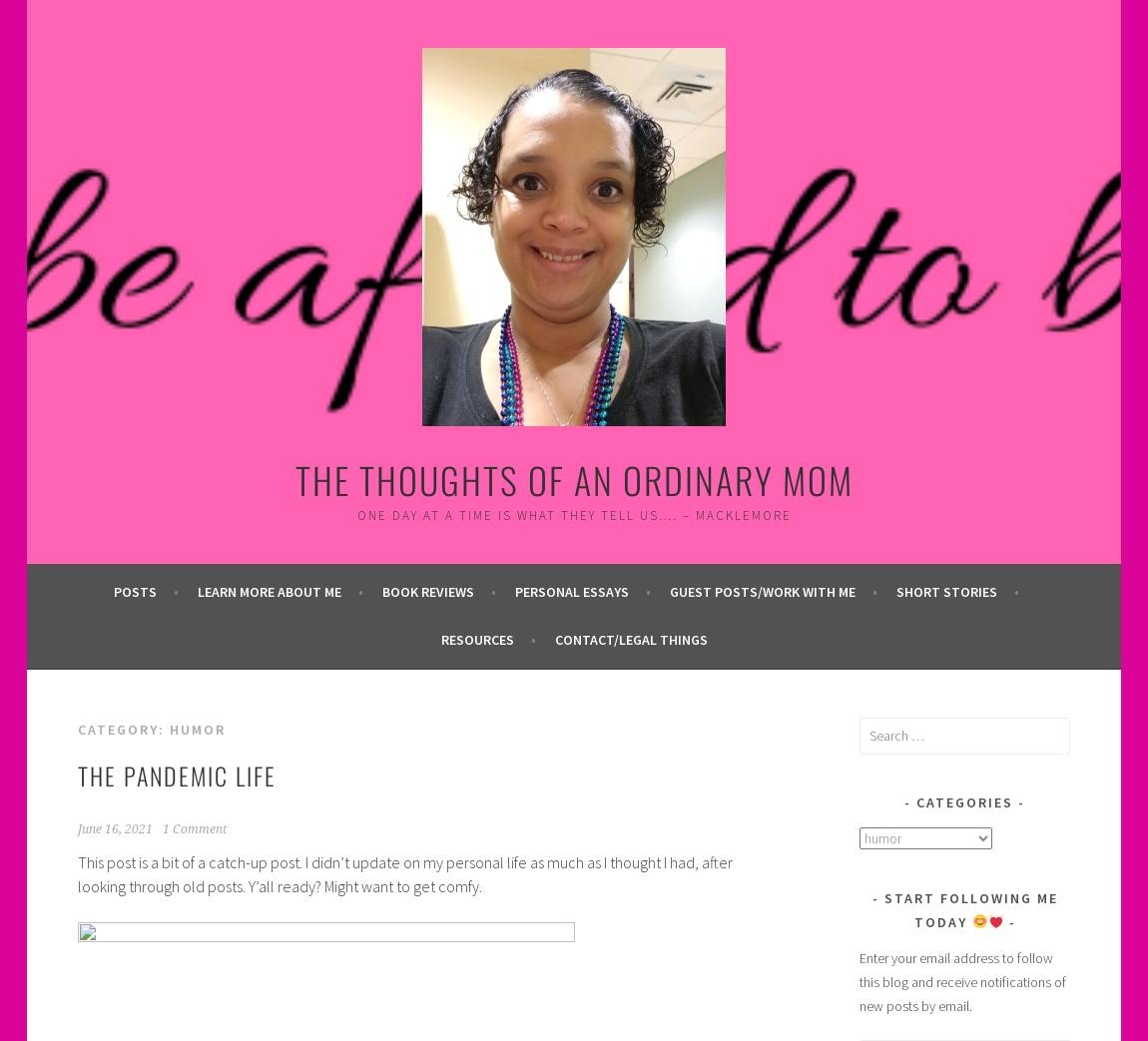 The width and height of the screenshot is (1148, 1041). Describe the element at coordinates (175, 773) in the screenshot. I see `'The Pandemic Life'` at that location.